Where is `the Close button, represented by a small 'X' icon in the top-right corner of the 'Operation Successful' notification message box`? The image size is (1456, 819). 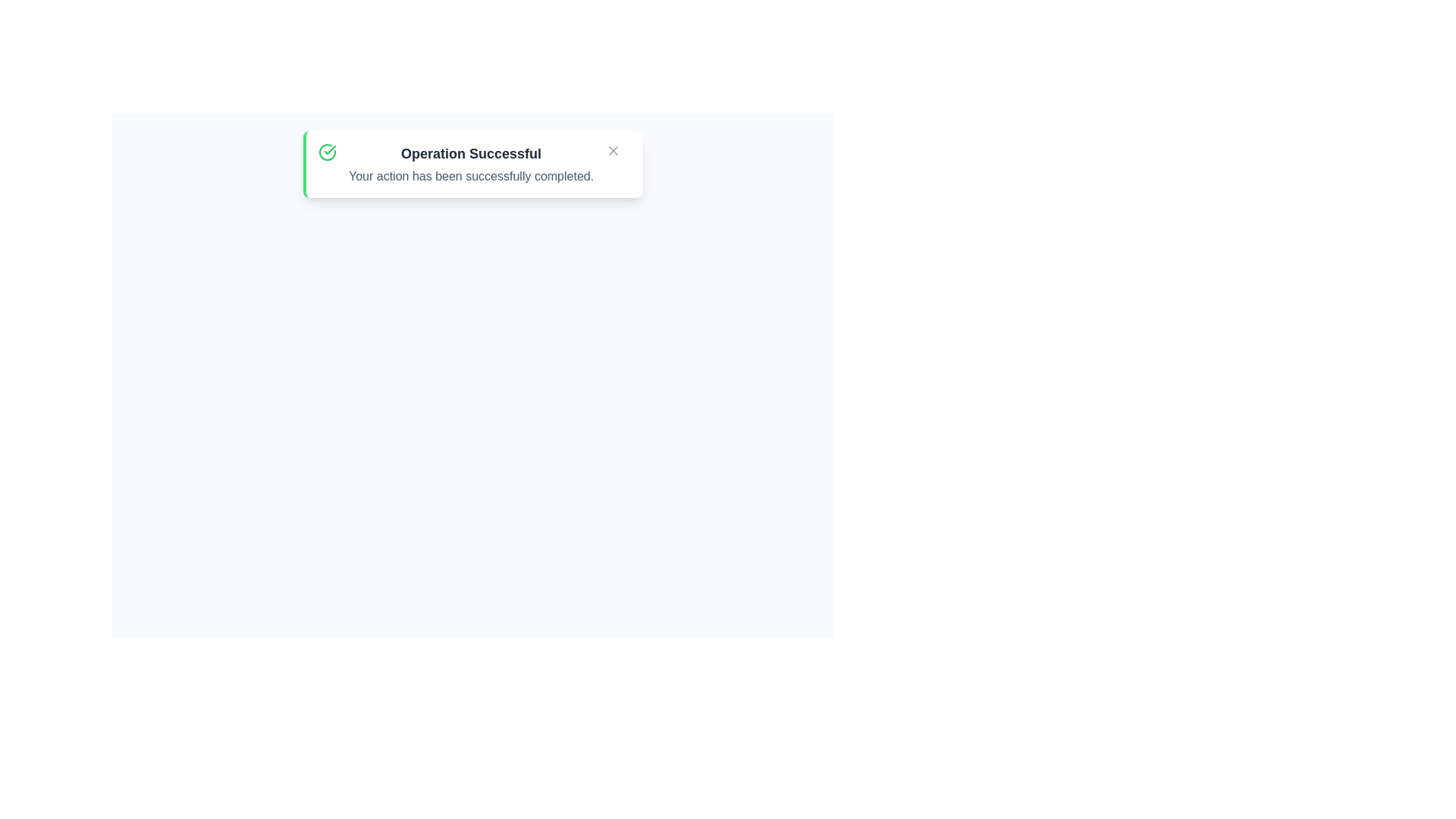
the Close button, represented by a small 'X' icon in the top-right corner of the 'Operation Successful' notification message box is located at coordinates (613, 151).